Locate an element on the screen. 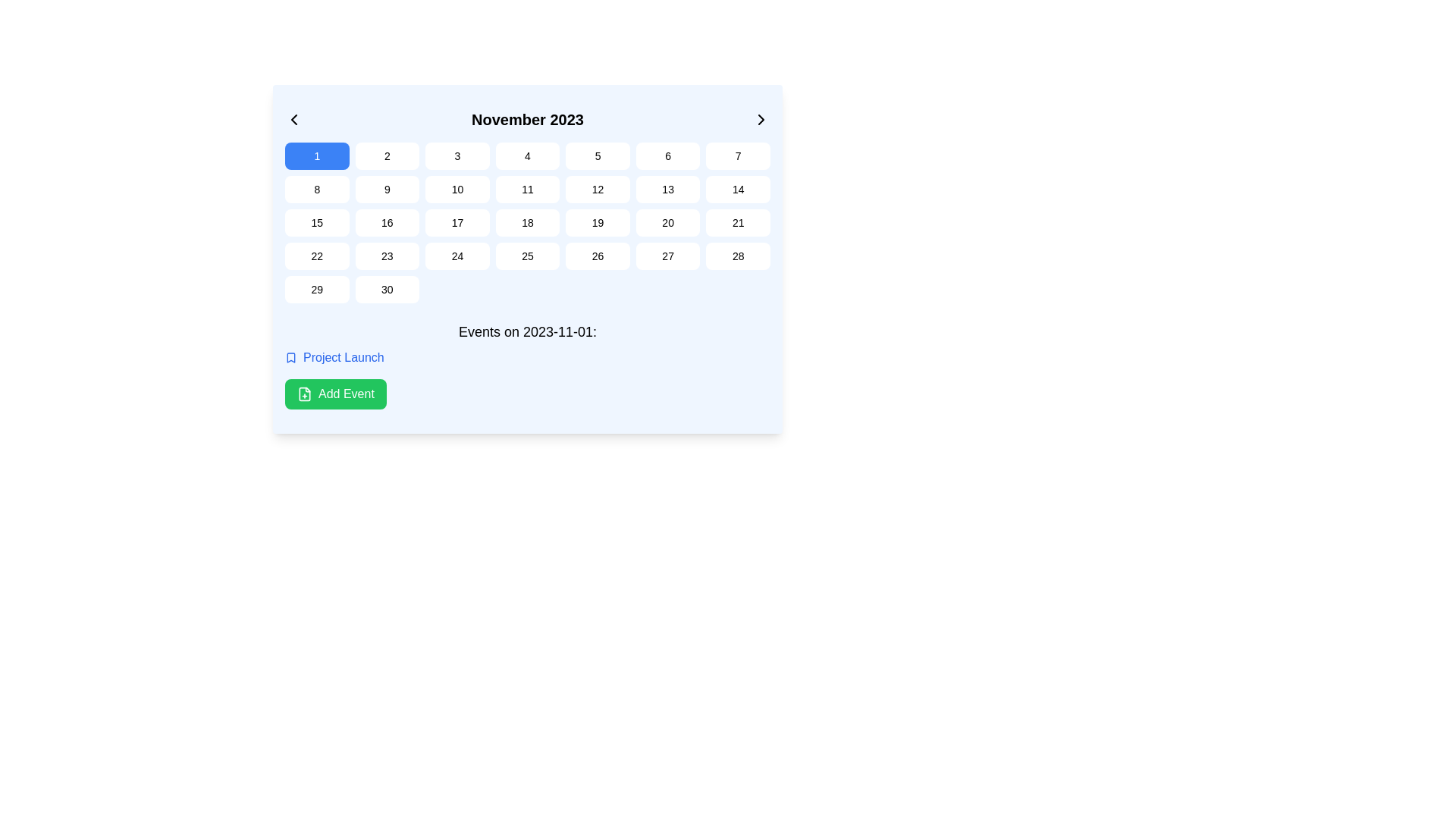  the left-arrow icon representing backward navigation in the top-left corner of the calendar interface is located at coordinates (294, 119).